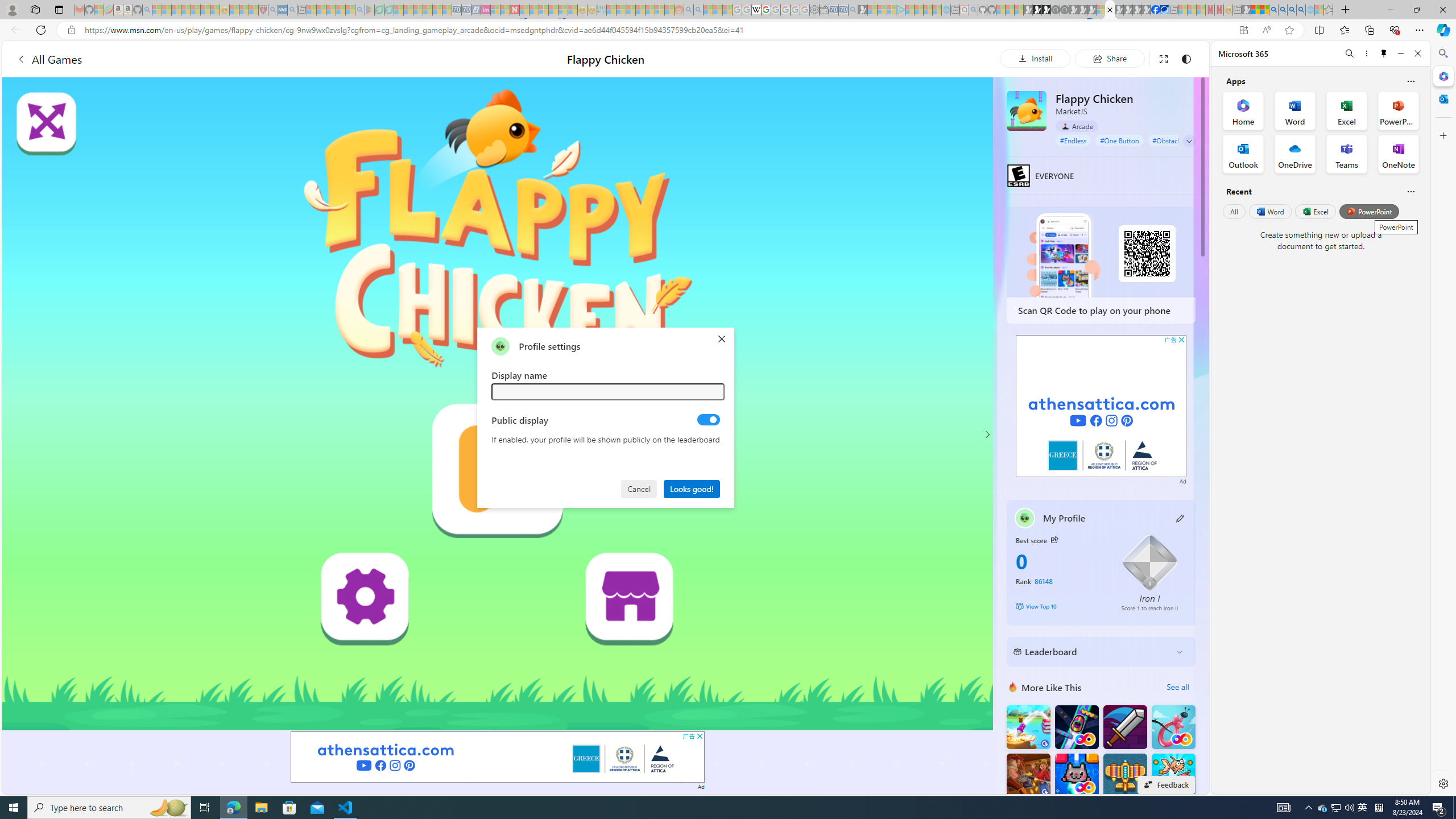  What do you see at coordinates (1101, 9) in the screenshot?
I see `'Sign in to your account - Sleeping'` at bounding box center [1101, 9].